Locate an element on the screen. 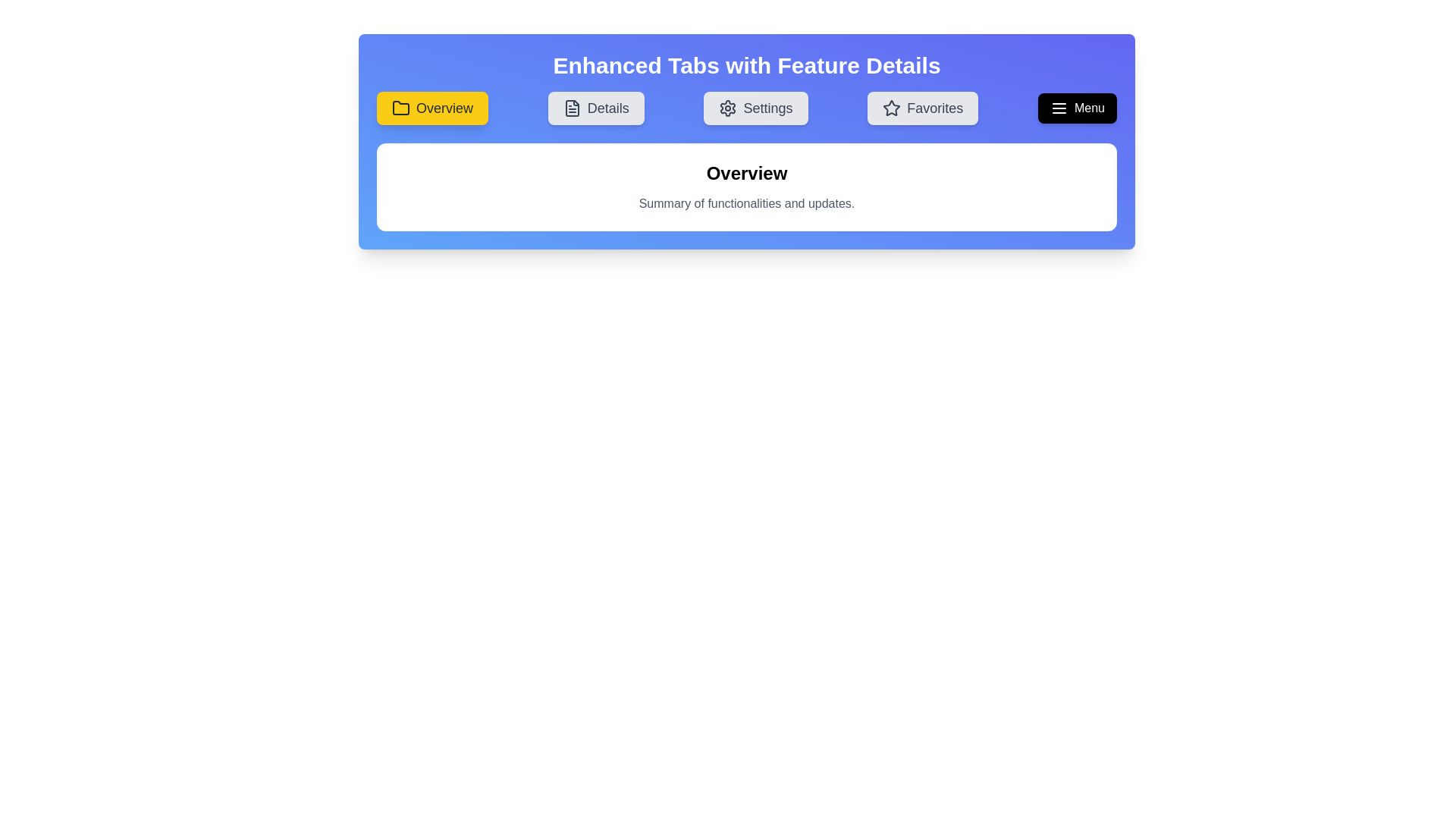  the 'Overview' button located in the navigation bar at the top of the interface, which is visually represented by a folder SVG icon is located at coordinates (400, 107).